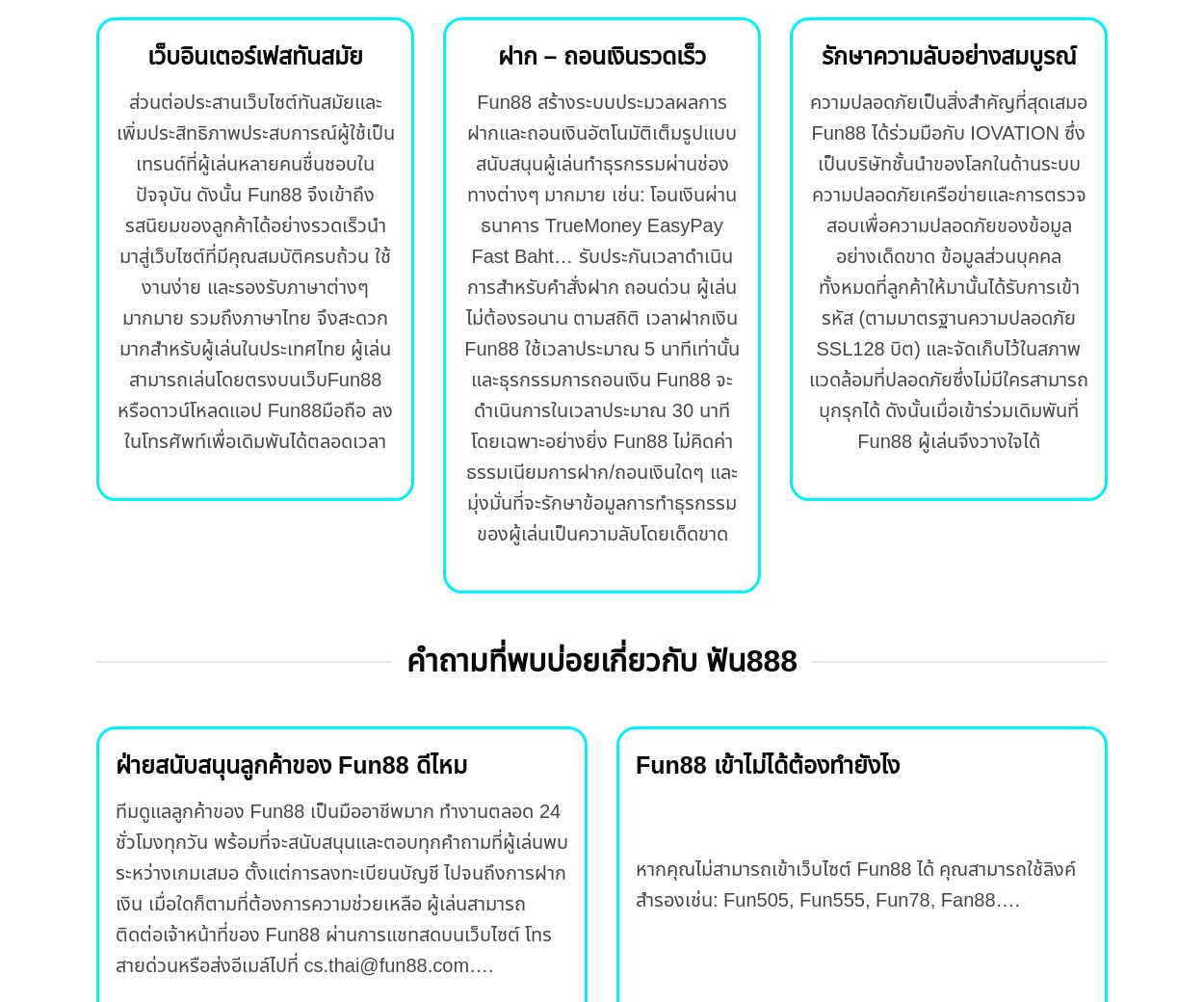 The width and height of the screenshot is (1204, 1002). What do you see at coordinates (480, 965) in the screenshot?
I see `'….'` at bounding box center [480, 965].